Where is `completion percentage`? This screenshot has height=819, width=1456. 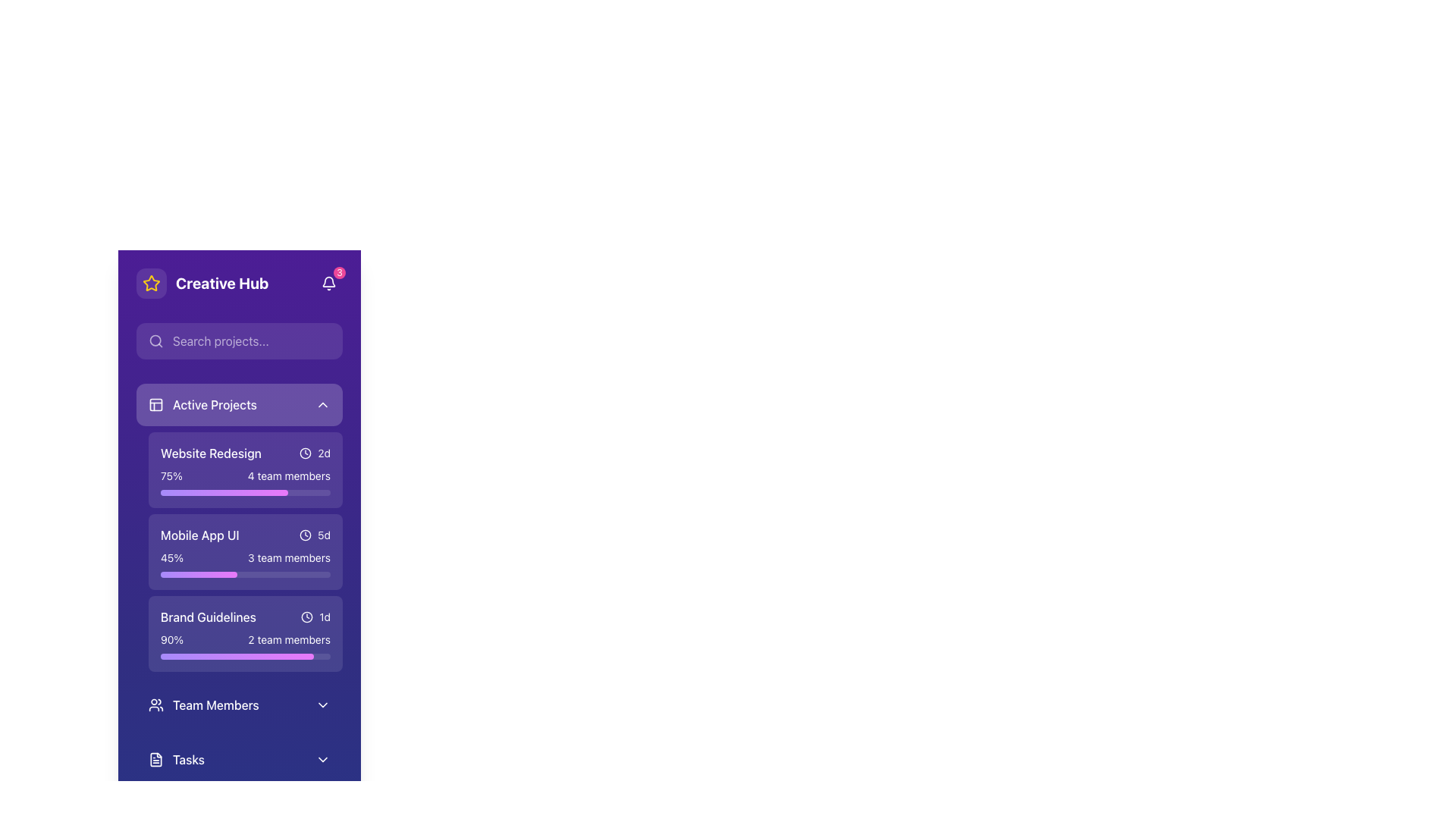 completion percentage is located at coordinates (184, 493).